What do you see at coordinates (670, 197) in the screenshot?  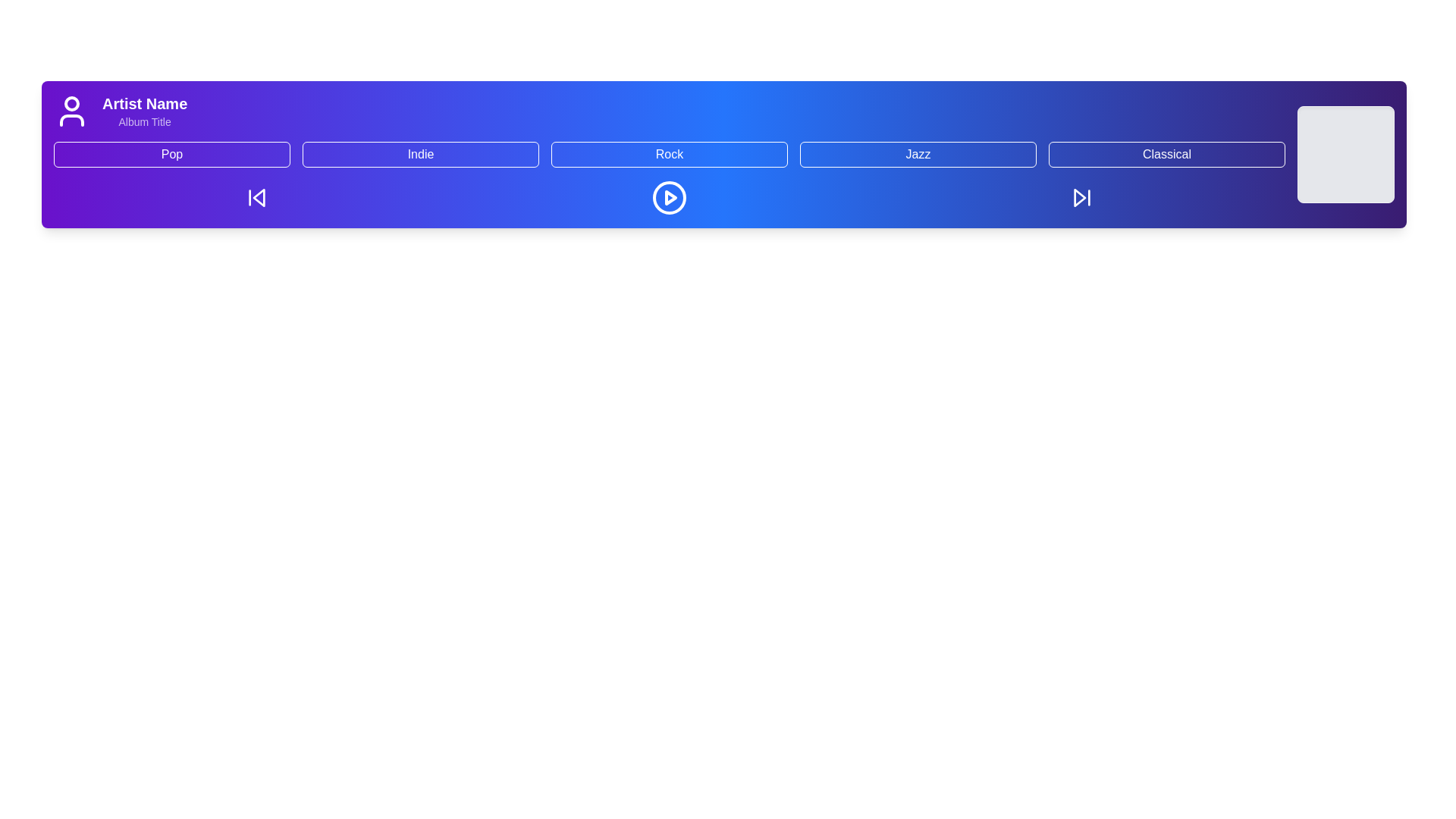 I see `the triangular play icon located centrally within the circular button at the bottom center of the navigation bar to initiate playback` at bounding box center [670, 197].